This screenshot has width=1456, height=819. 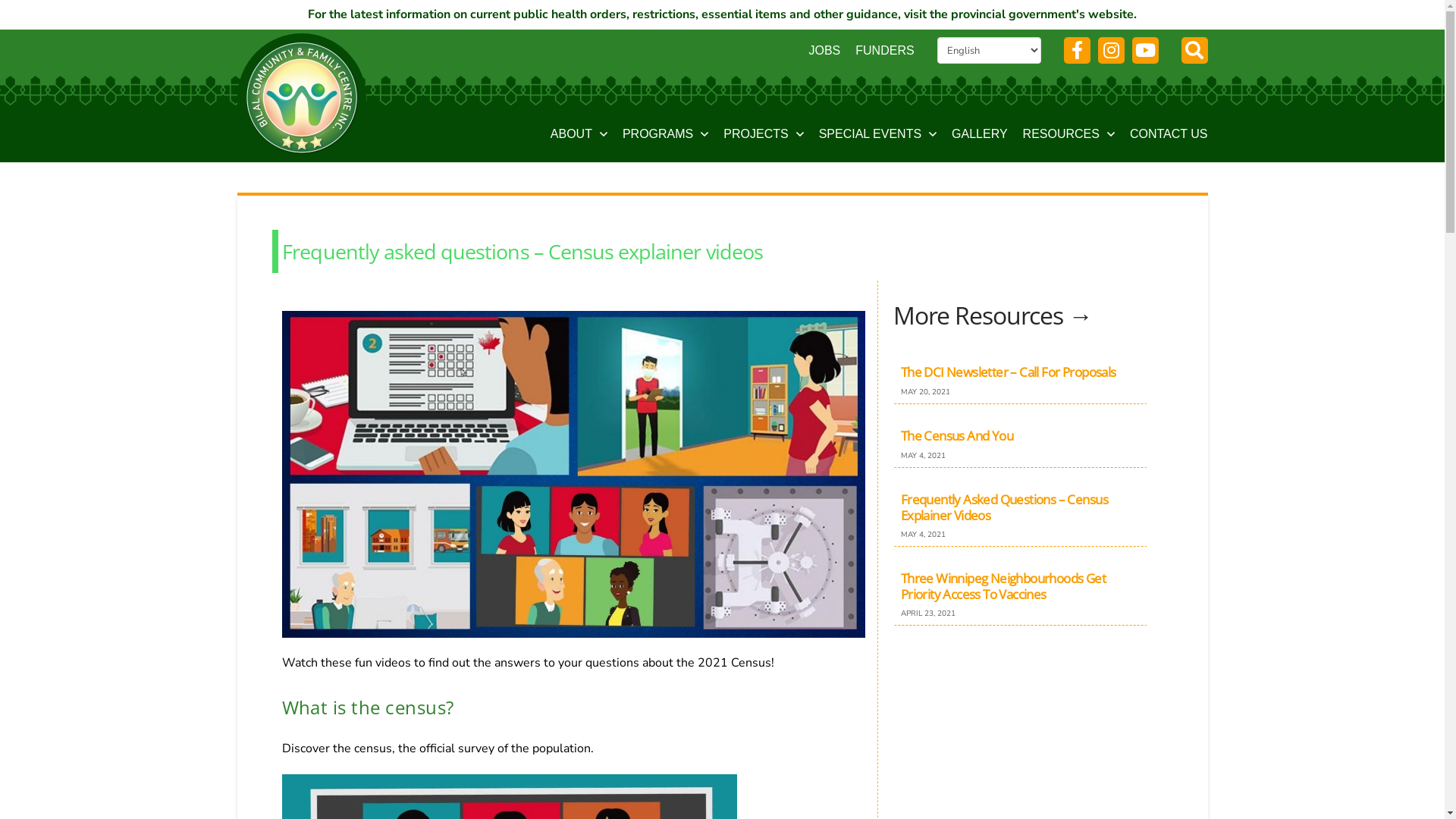 I want to click on 'PROJECTS', so click(x=763, y=135).